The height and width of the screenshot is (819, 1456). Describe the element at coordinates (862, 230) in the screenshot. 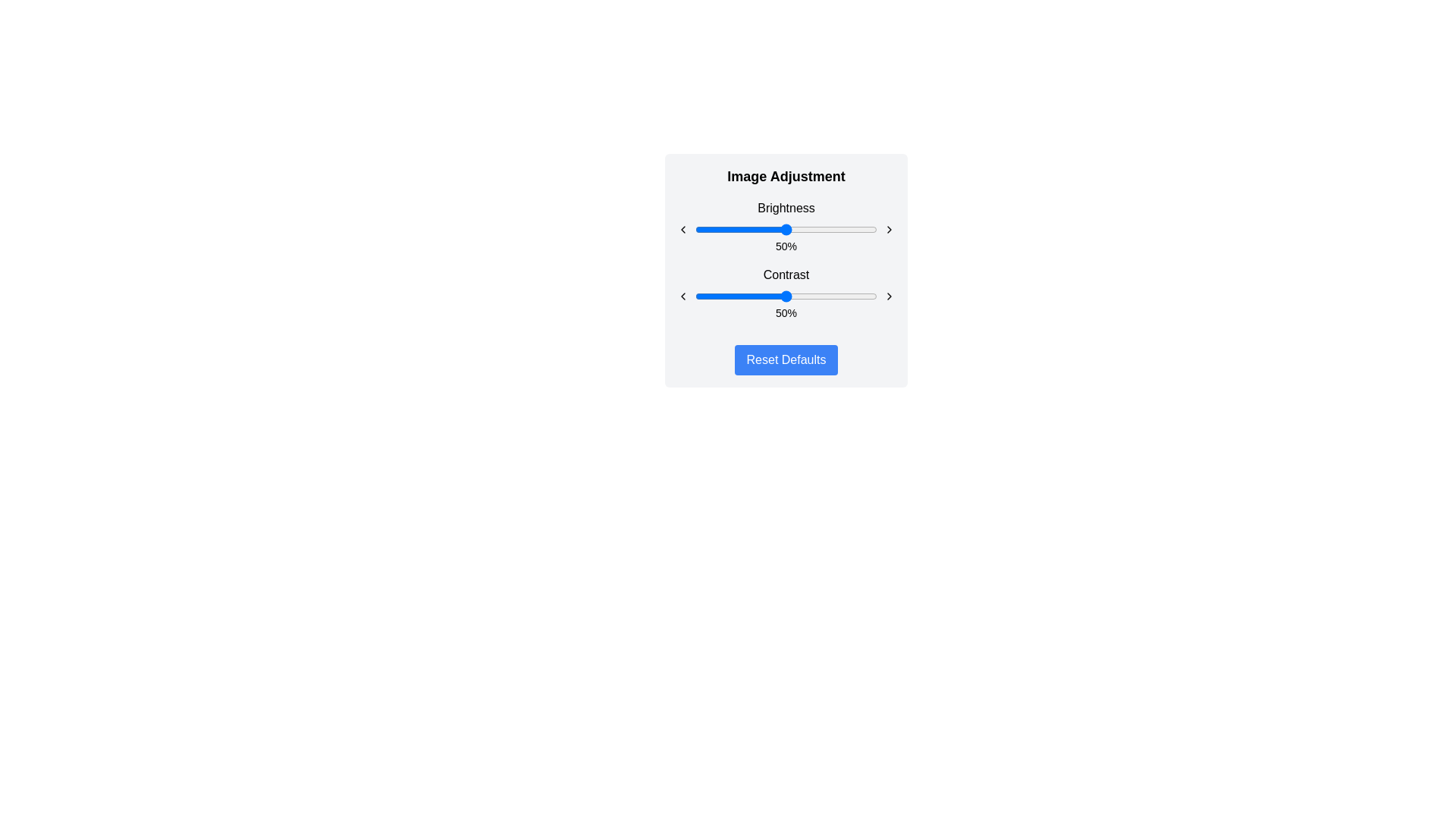

I see `brightness` at that location.